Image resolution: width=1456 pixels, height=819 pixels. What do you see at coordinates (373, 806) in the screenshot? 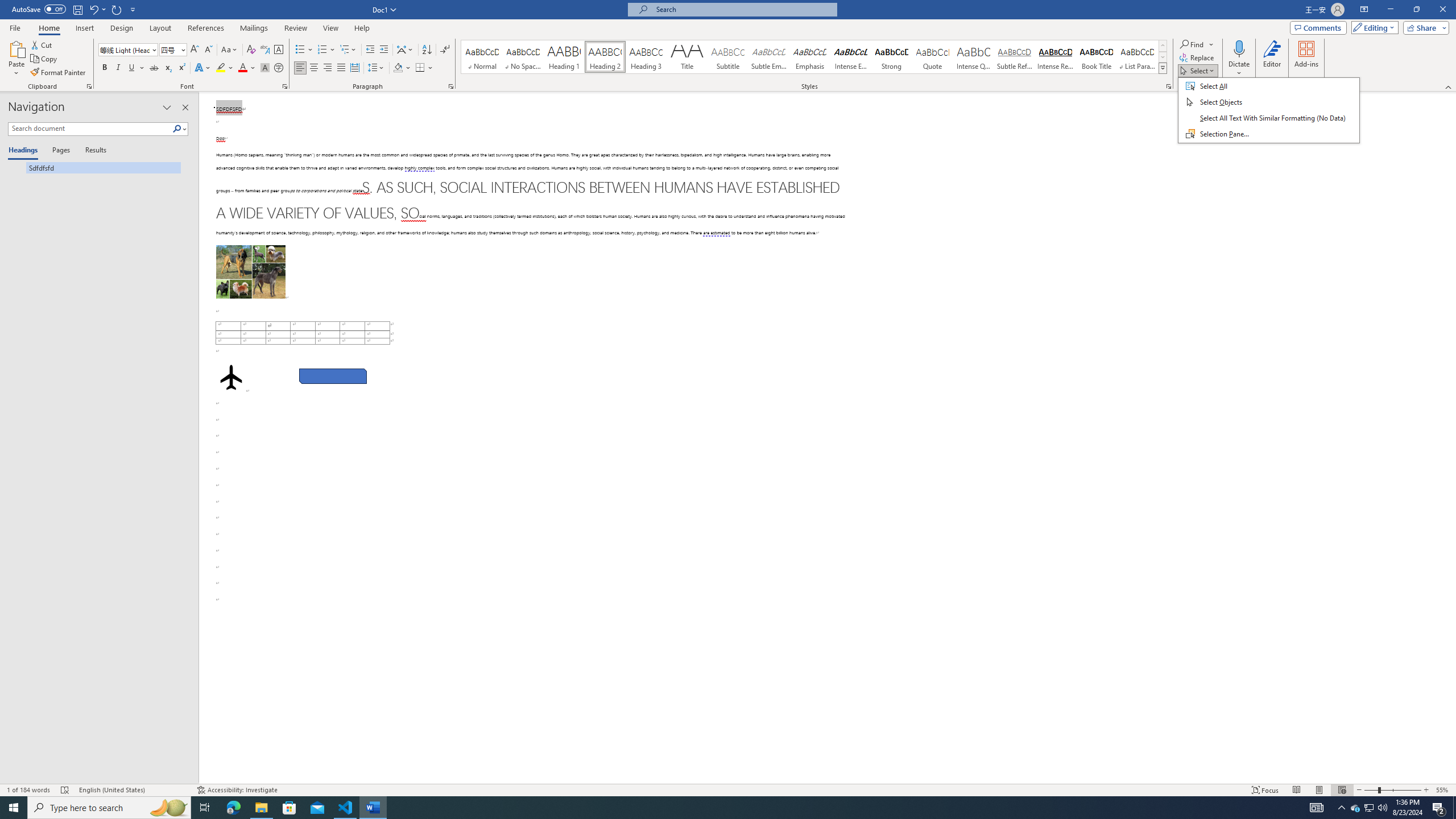
I see `'Word - 1 running window'` at bounding box center [373, 806].